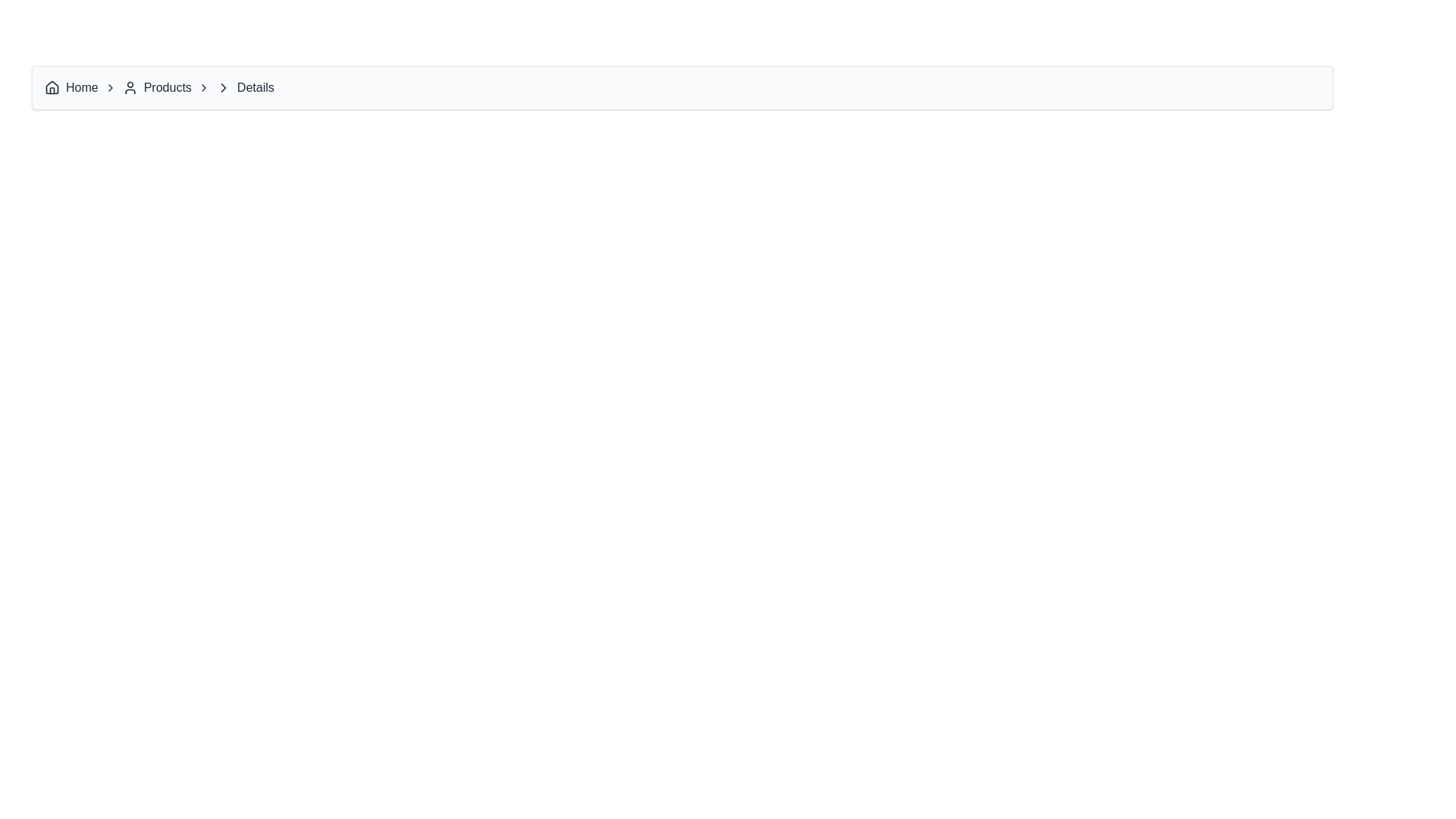  What do you see at coordinates (256, 87) in the screenshot?
I see `the far-right Text label of the breadcrumb navigation that indicates the current context or location, following the 'Products' label and a chevron icon` at bounding box center [256, 87].